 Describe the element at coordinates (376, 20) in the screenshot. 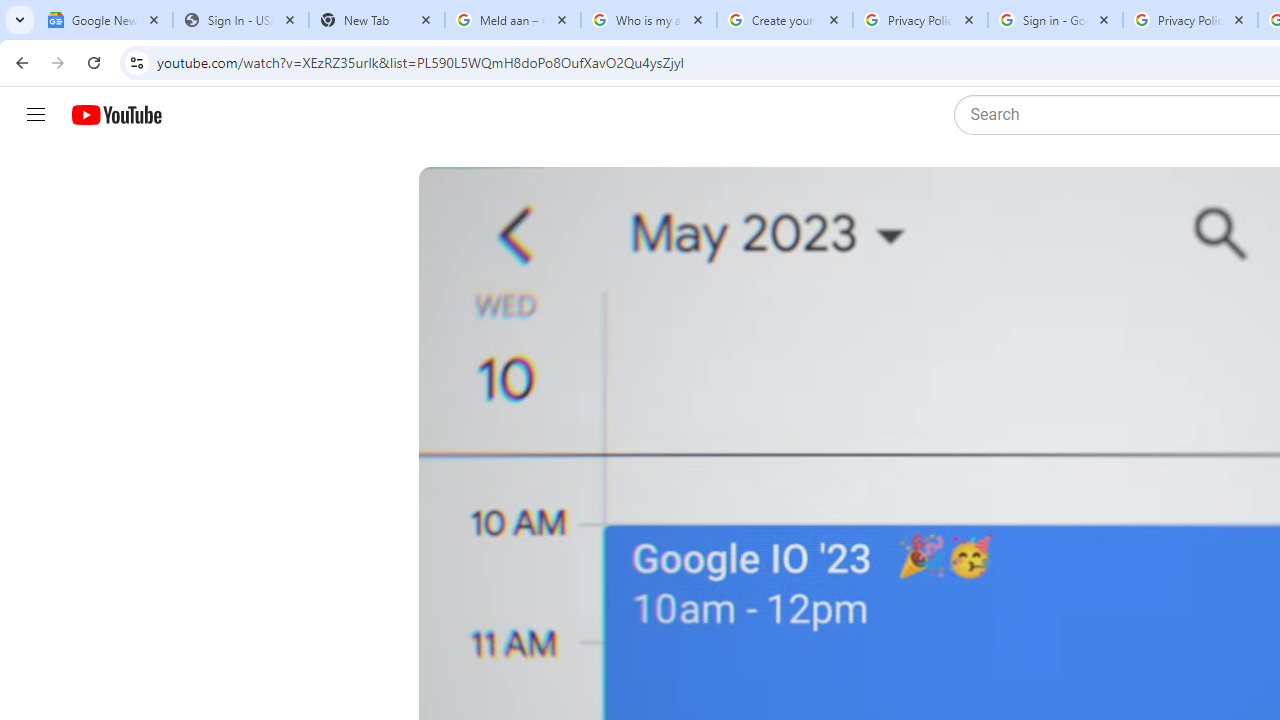

I see `'New Tab'` at that location.